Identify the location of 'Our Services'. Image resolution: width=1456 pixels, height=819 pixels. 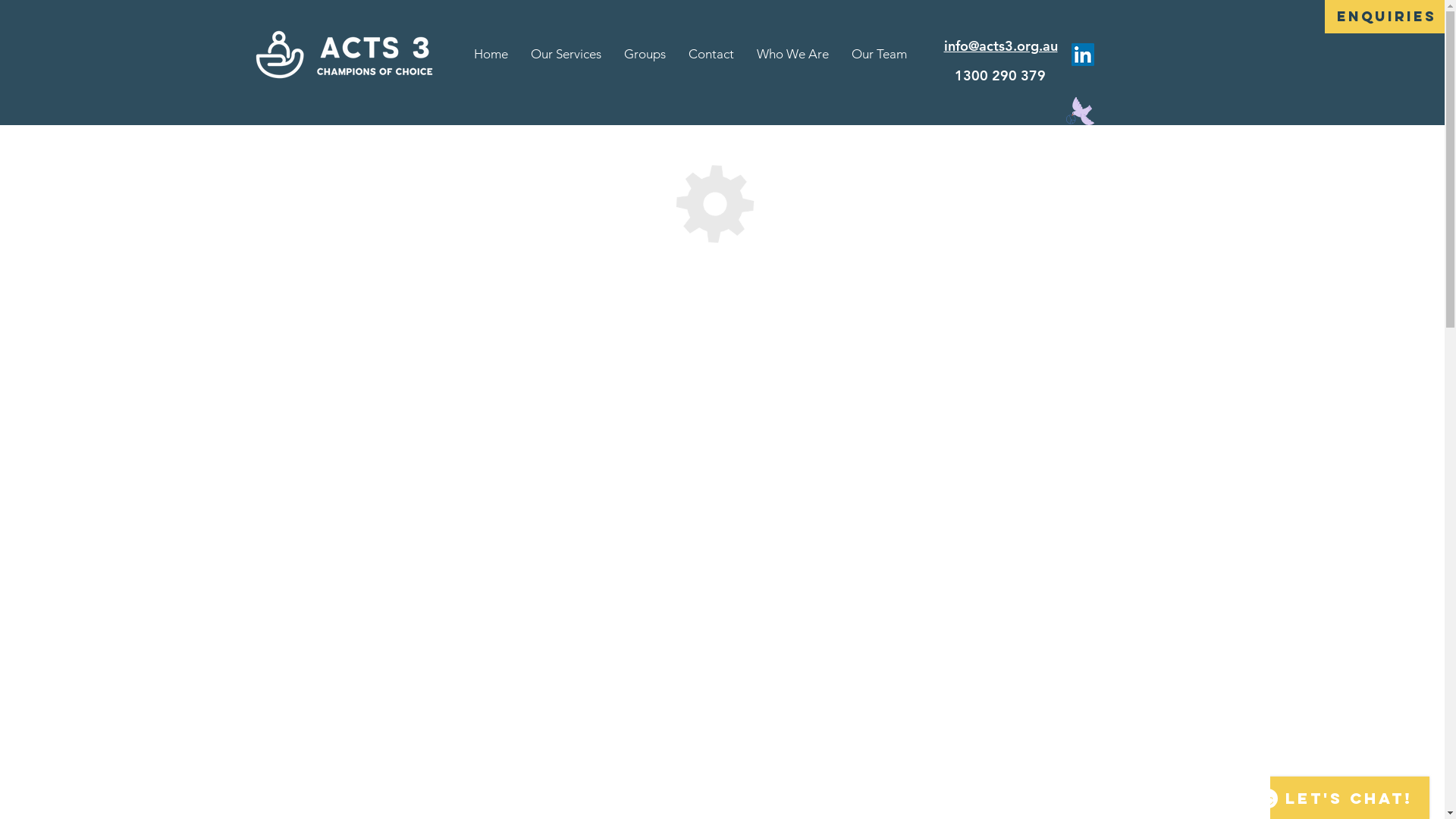
(565, 53).